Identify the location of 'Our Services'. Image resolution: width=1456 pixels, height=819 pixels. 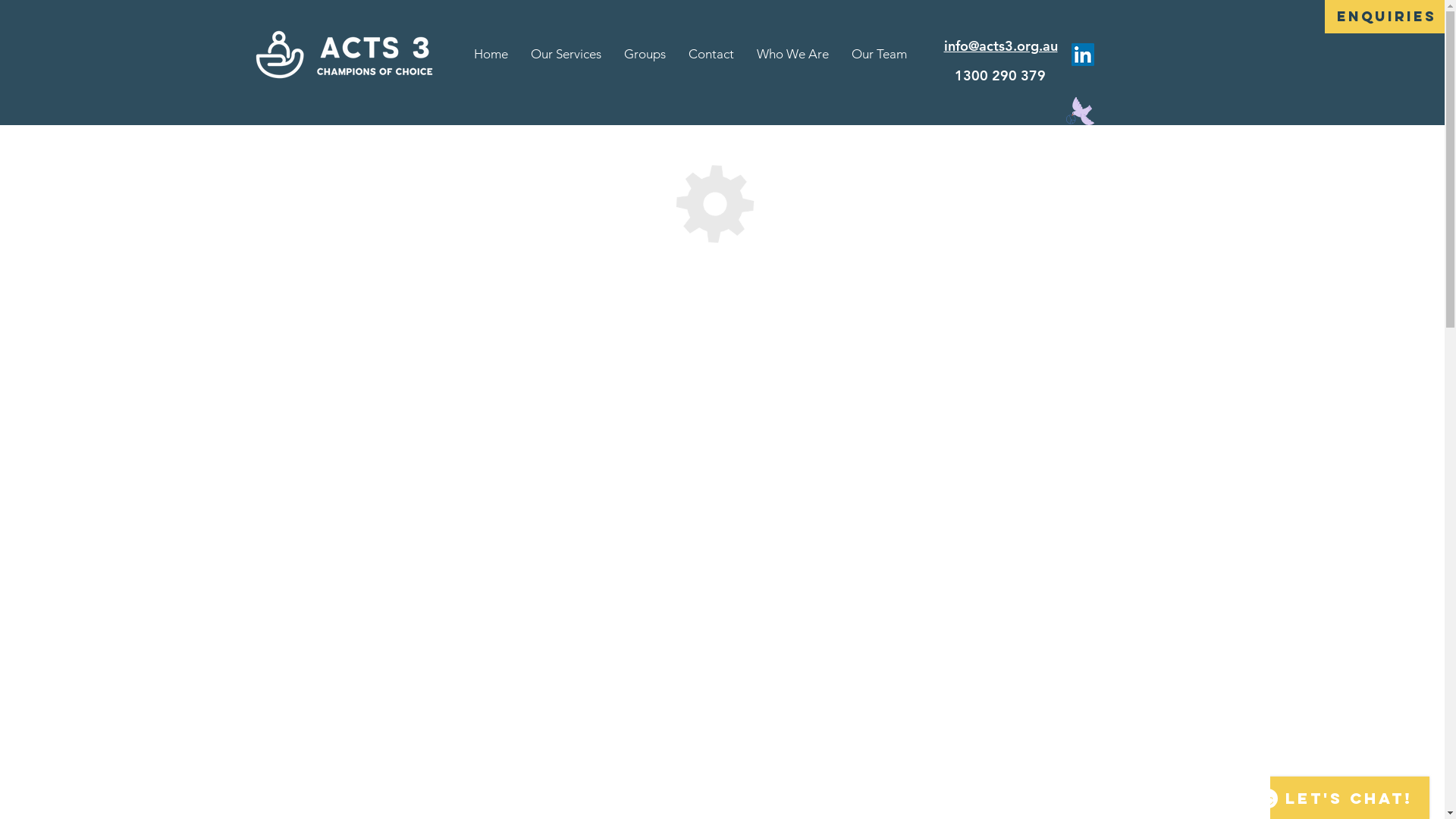
(565, 53).